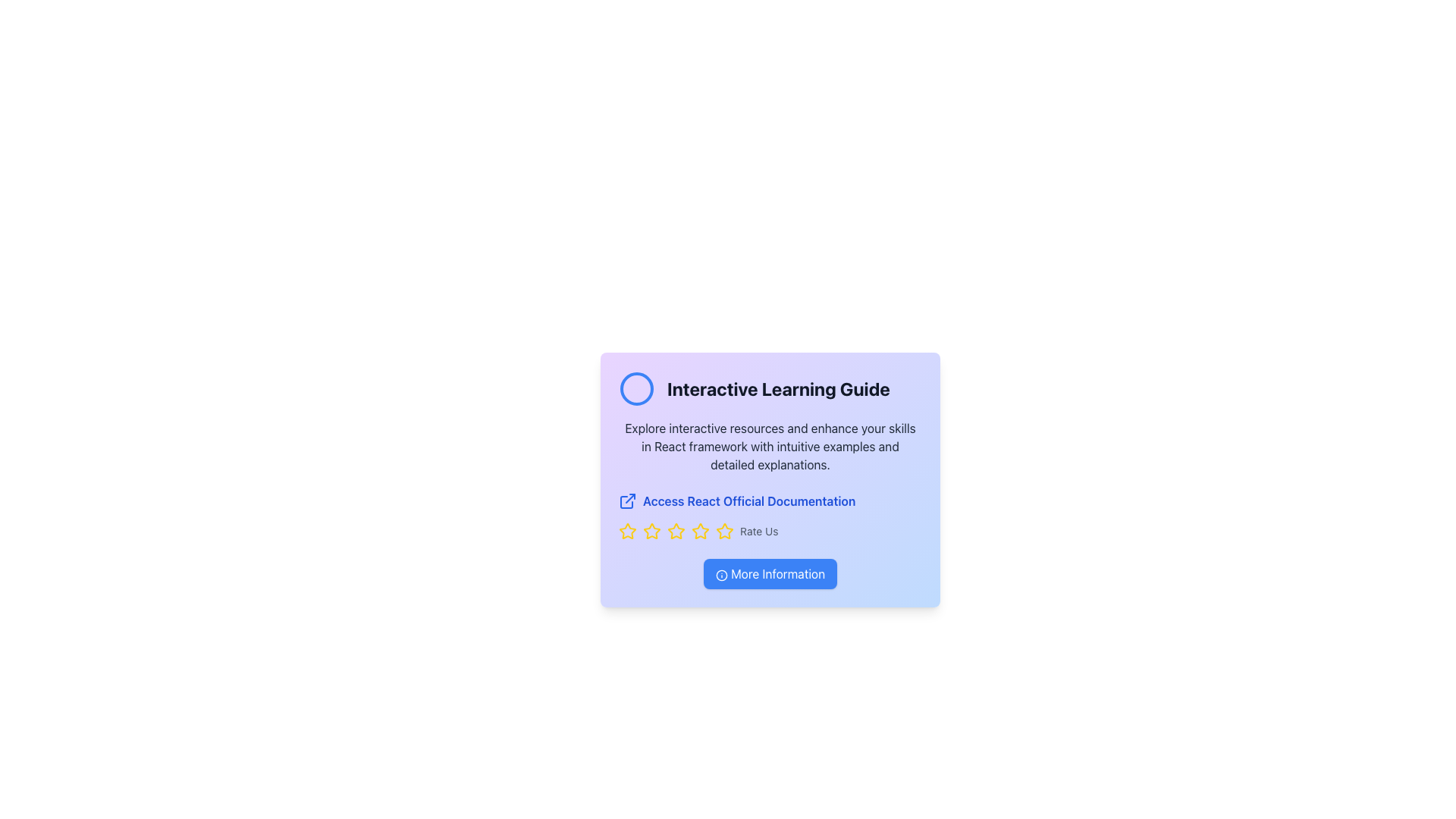  Describe the element at coordinates (759, 531) in the screenshot. I see `the 'Rate Us' static text label, which is styled with a small gray font and positioned to the right of five yellow stars` at that location.